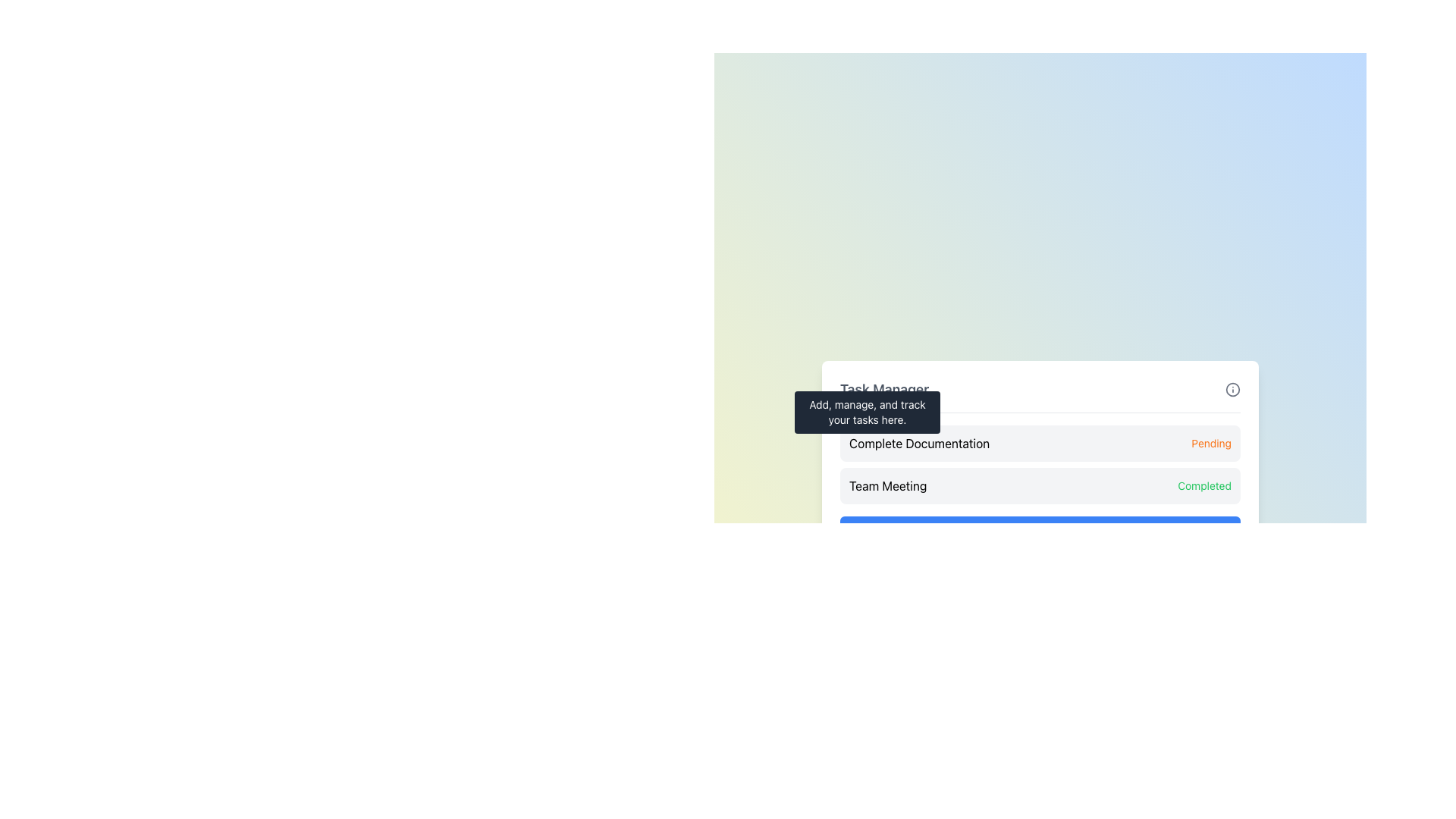 Image resolution: width=1456 pixels, height=819 pixels. Describe the element at coordinates (1203, 485) in the screenshot. I see `the Status indicator text displaying 'Completed' in green, which indicates the completion status of the 'Team Meeting' task` at that location.